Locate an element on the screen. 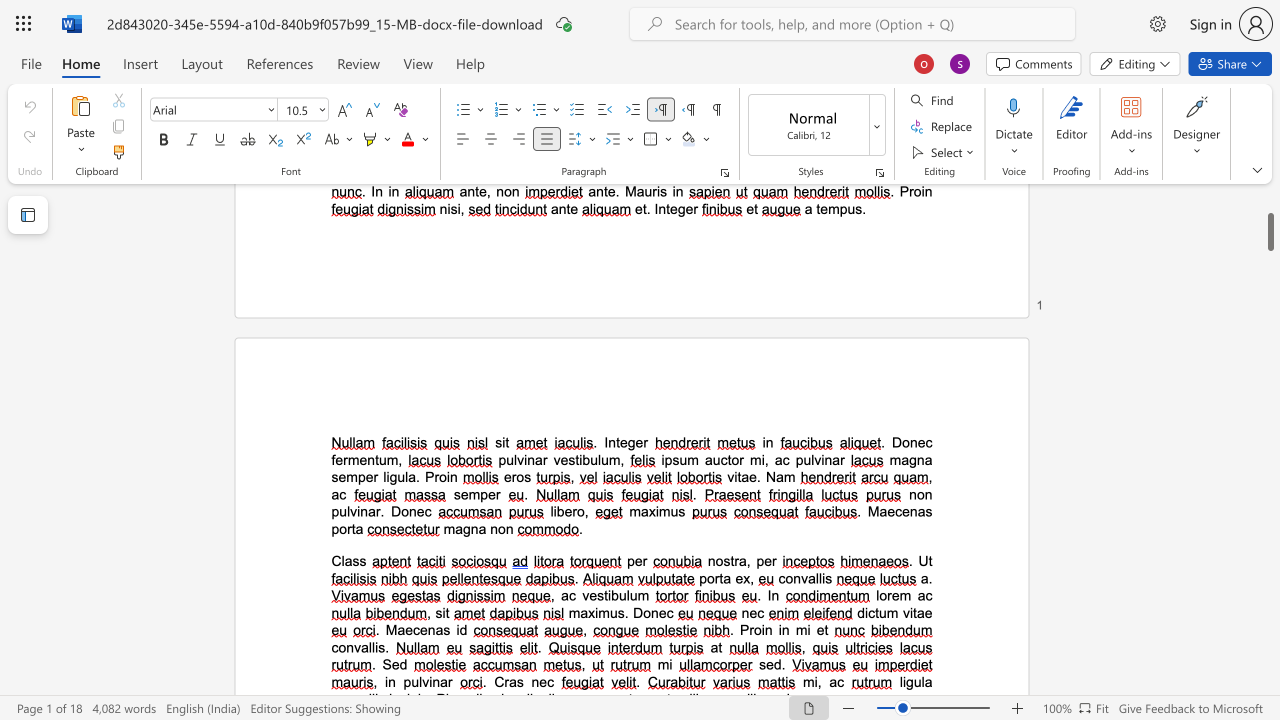 The image size is (1280, 720). the space between the continuous character "s" and "." in the text is located at coordinates (384, 647).